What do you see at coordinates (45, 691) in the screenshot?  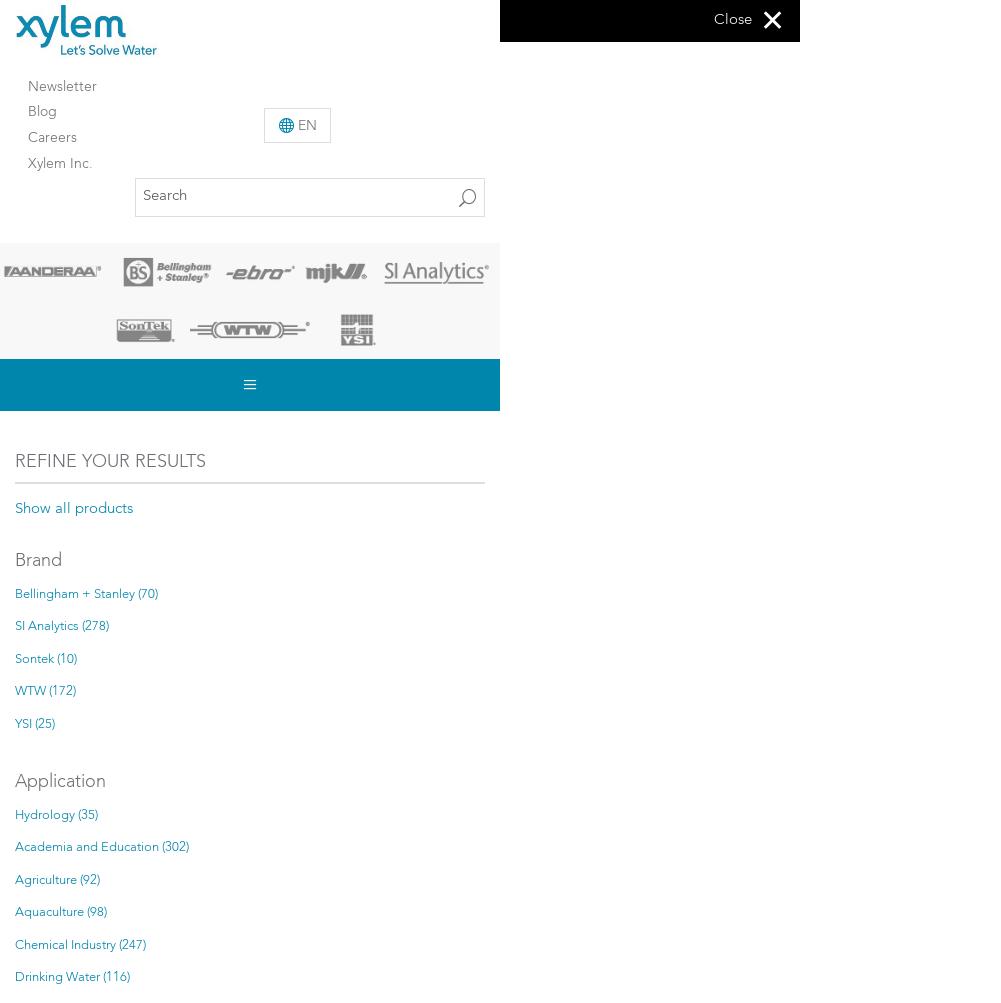 I see `'WTW (172)'` at bounding box center [45, 691].